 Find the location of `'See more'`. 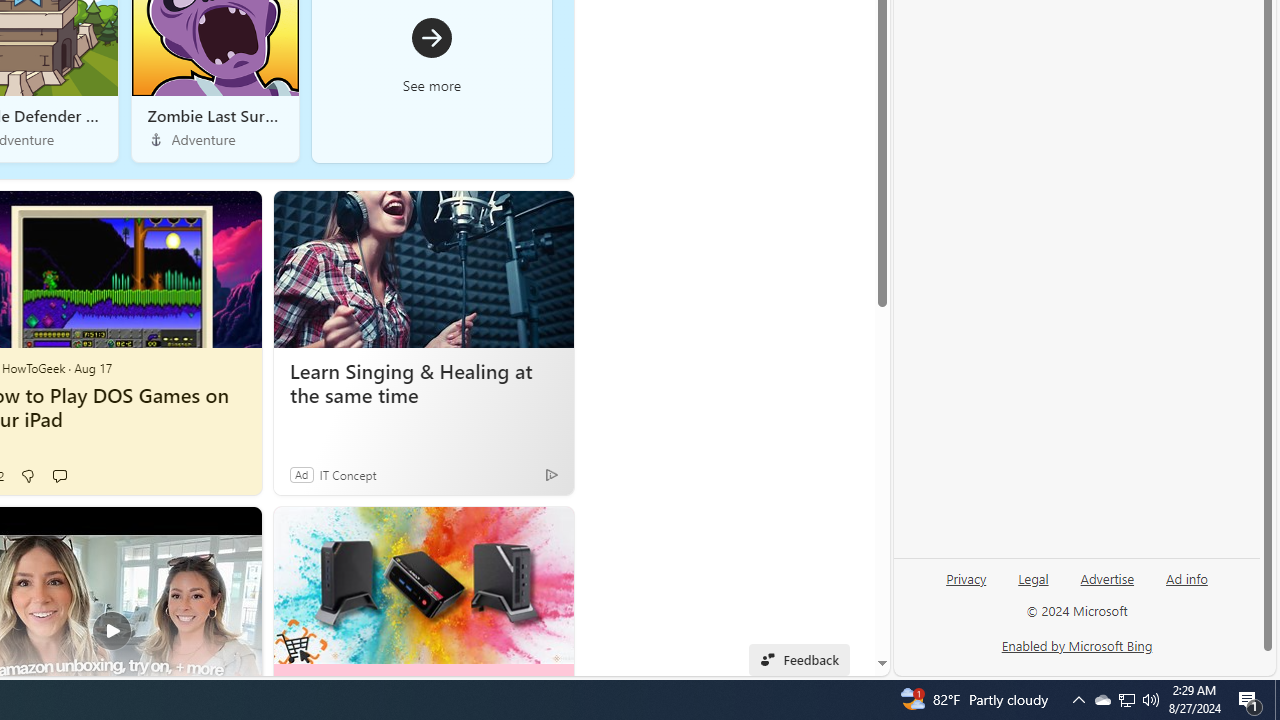

'See more' is located at coordinates (431, 53).